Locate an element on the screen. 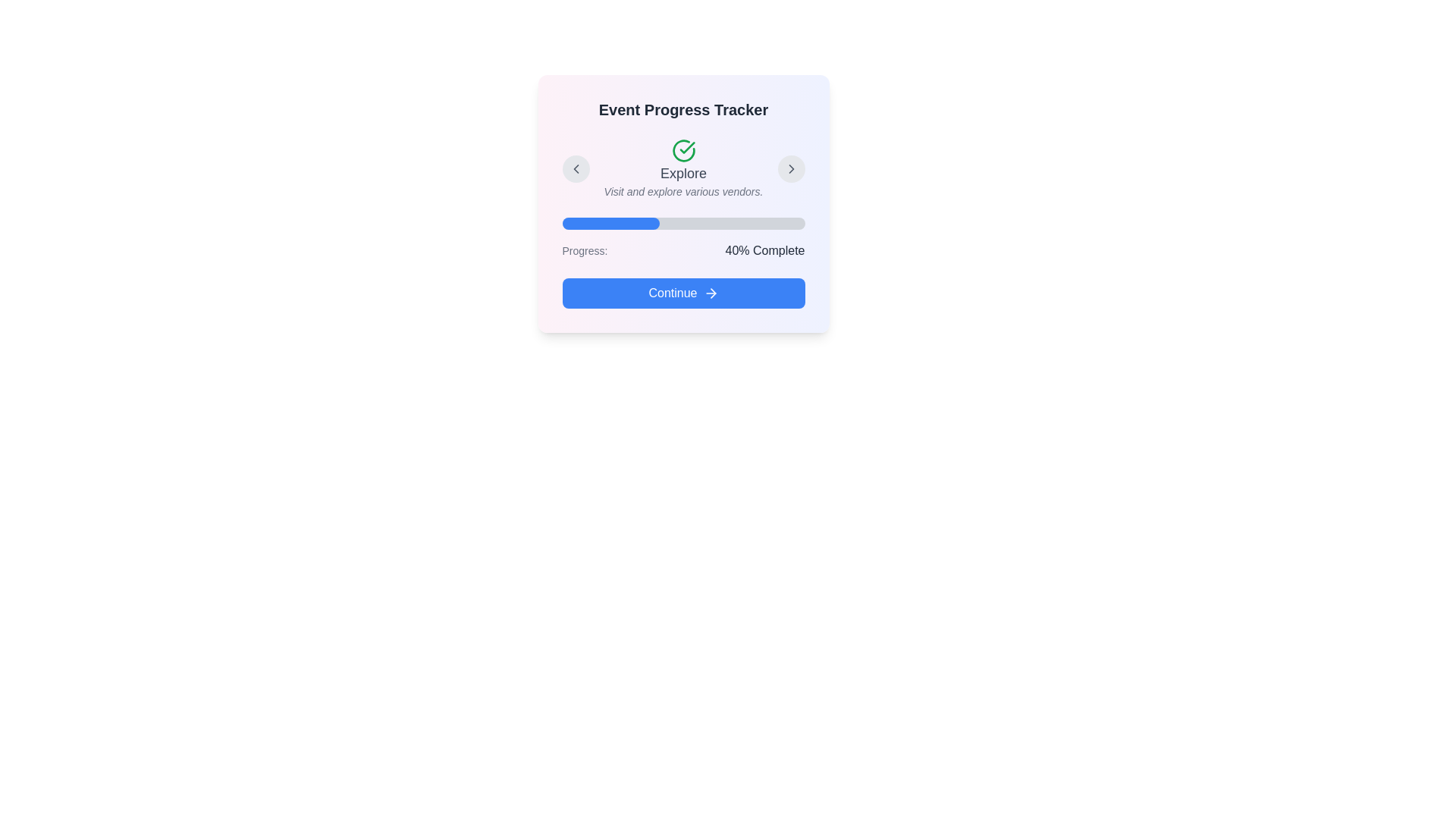  the horizontal progress bar with a gray background and blue filled portion, located below the 'Explore' heading and above the 'Progress' label is located at coordinates (682, 223).